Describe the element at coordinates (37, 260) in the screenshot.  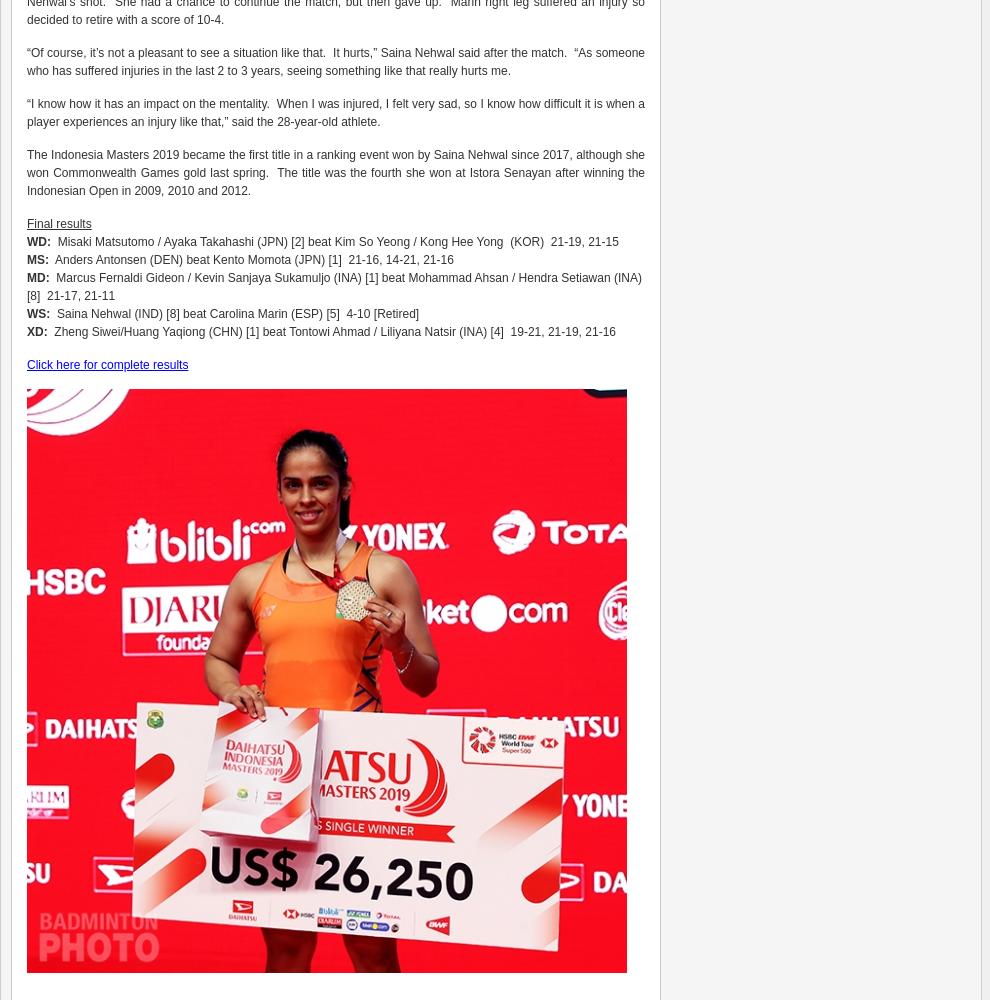
I see `'MS:'` at that location.